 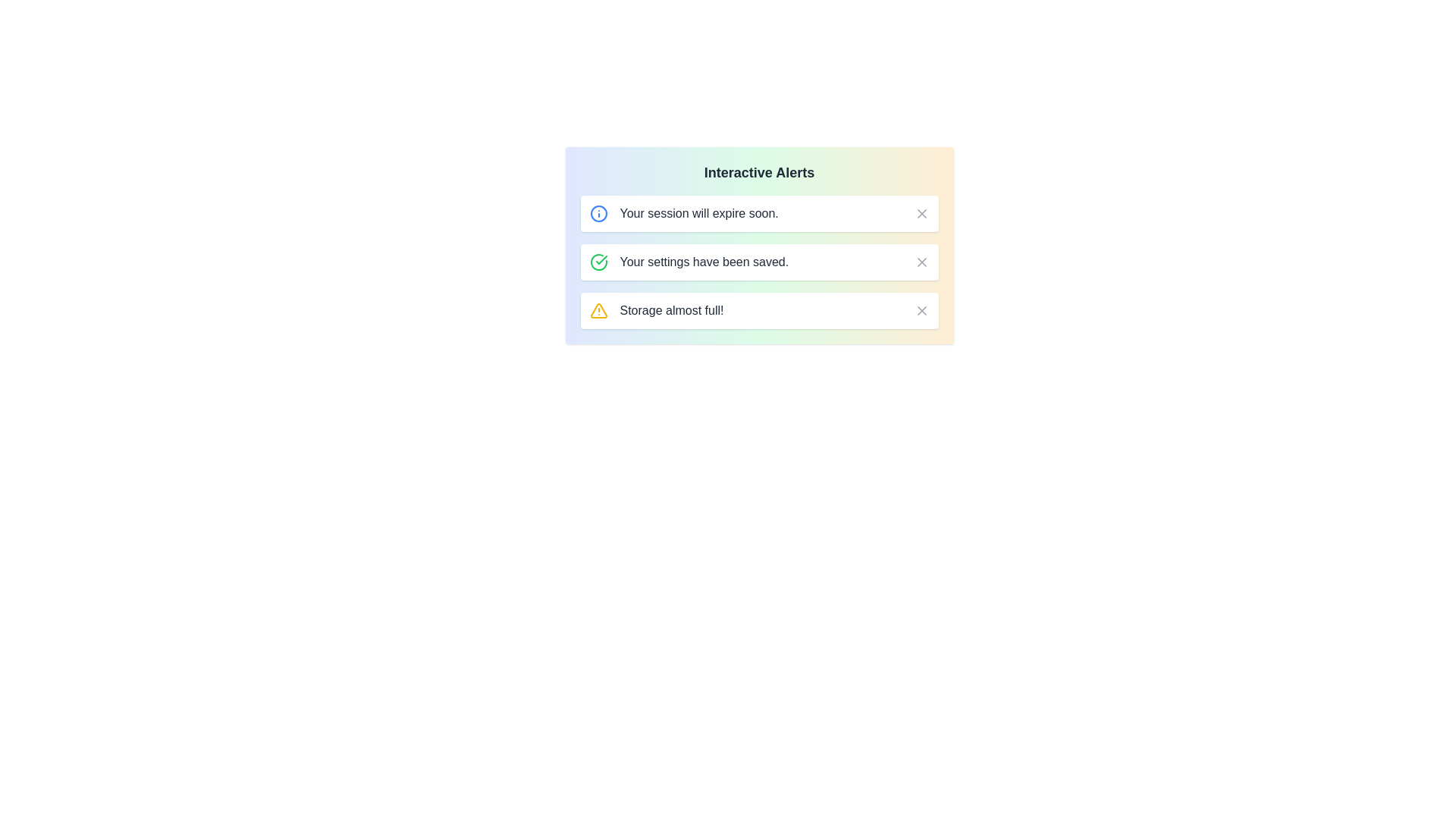 I want to click on alert message from the notification item indicating storage nearing full capacity, which is the third notification in the vertical list of alerts, so click(x=759, y=309).